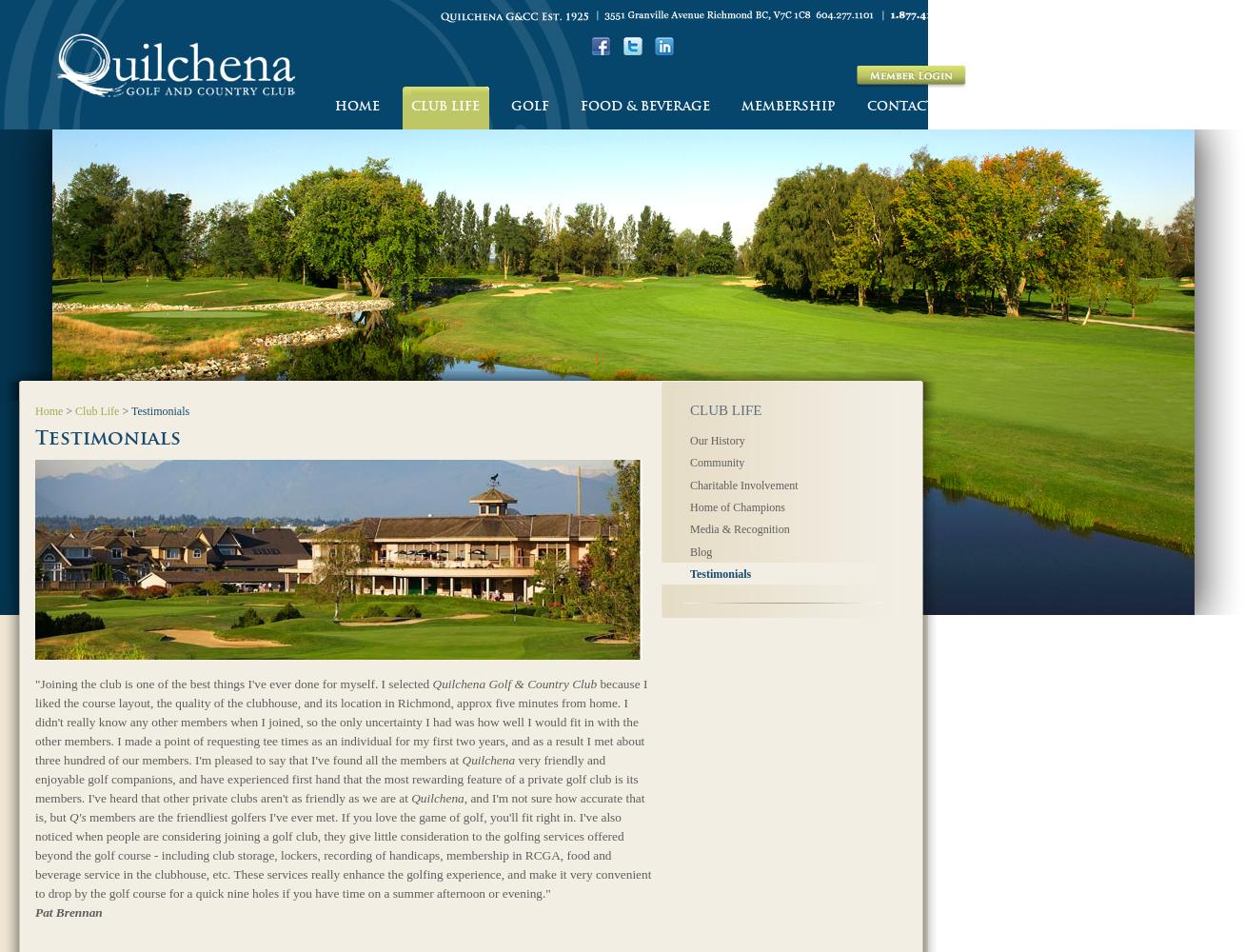 This screenshot has width=1245, height=952. Describe the element at coordinates (75, 411) in the screenshot. I see `'Club Life'` at that location.